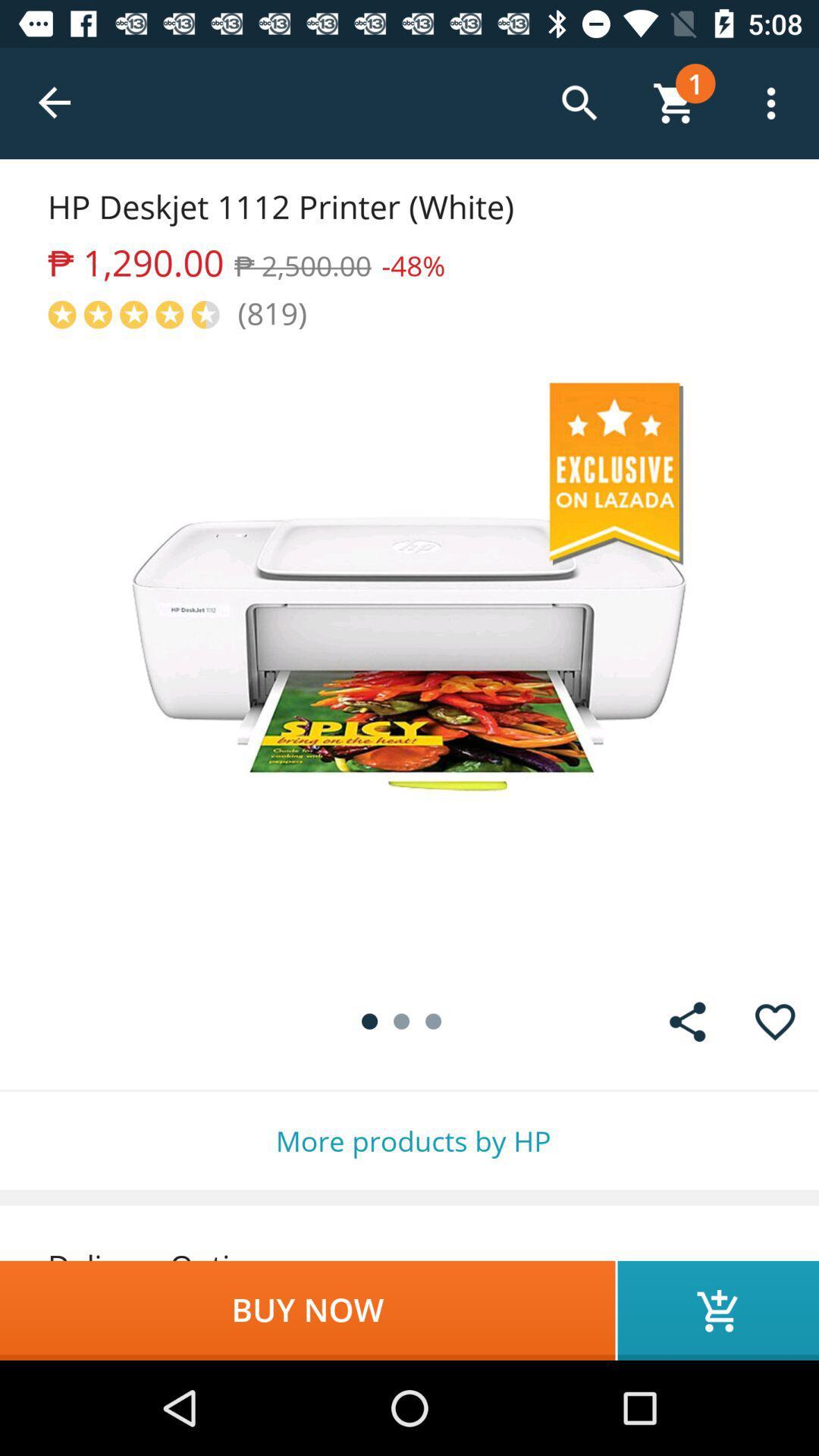  I want to click on share the item, so click(687, 1021).